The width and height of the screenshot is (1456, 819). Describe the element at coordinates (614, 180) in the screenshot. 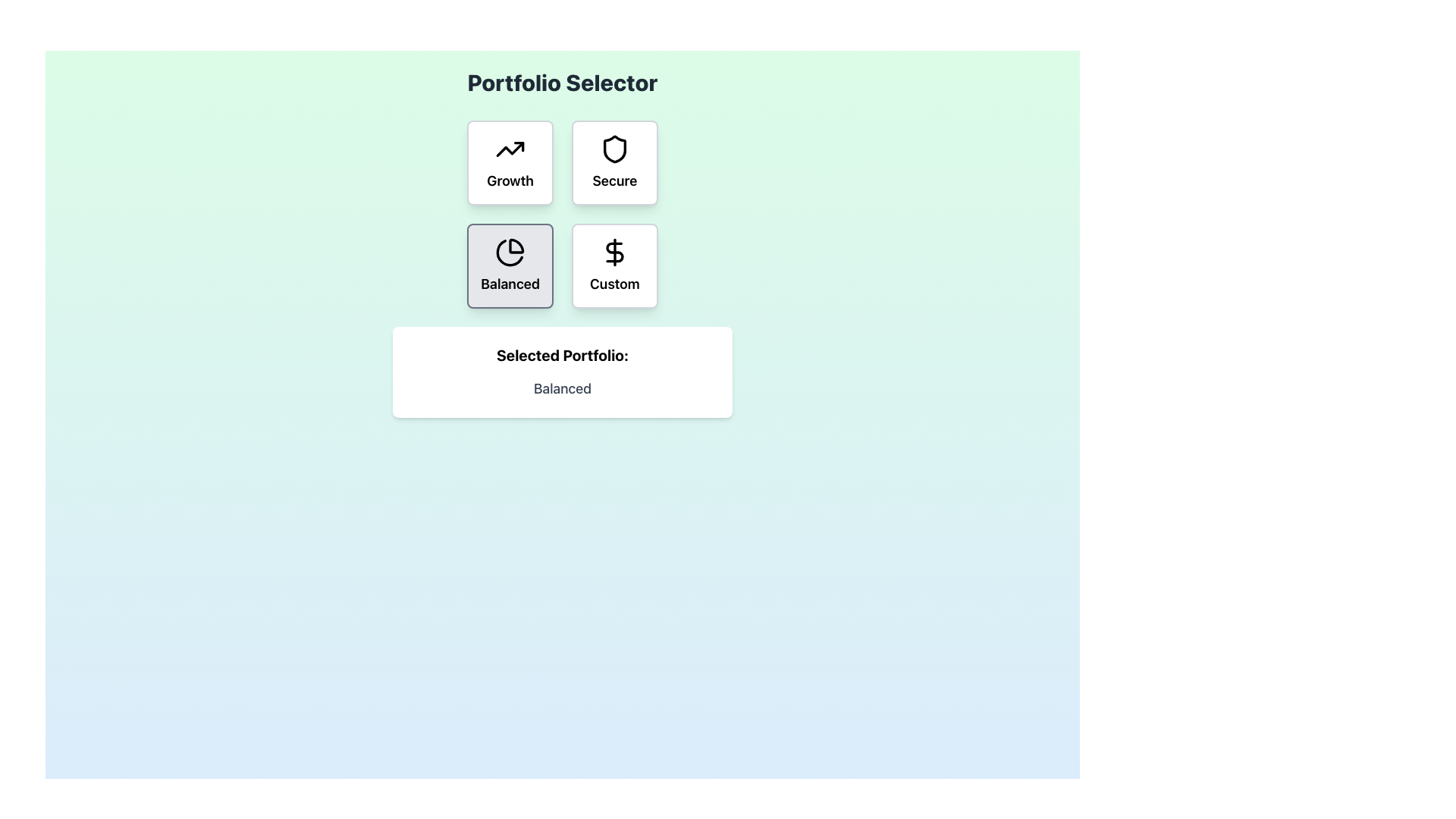

I see `the text label displaying 'Secure' styled in bold, located beneath the shield icon in the button interface` at that location.